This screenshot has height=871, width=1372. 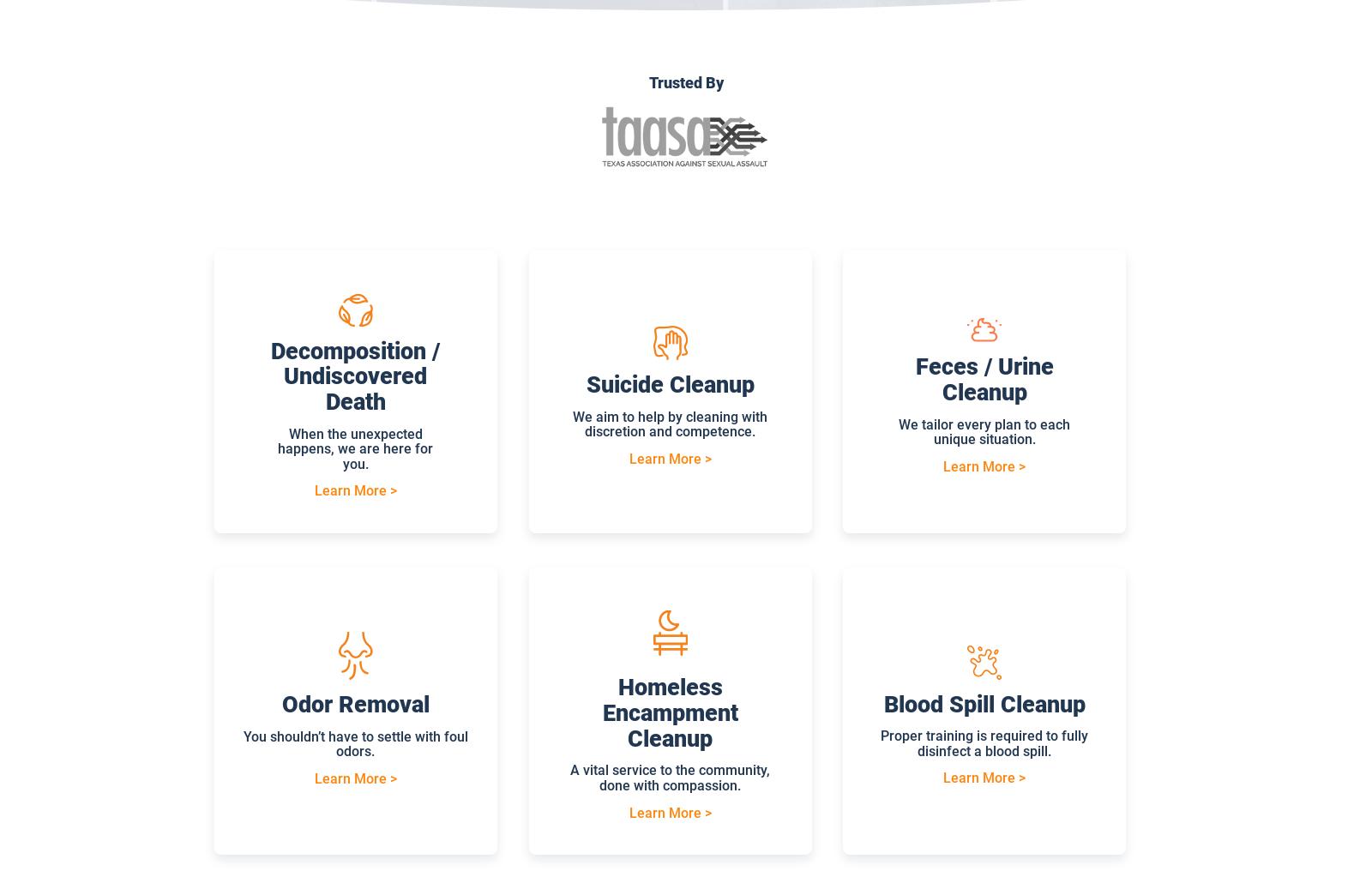 I want to click on 'Feces / Urine Cleanup', so click(x=915, y=378).